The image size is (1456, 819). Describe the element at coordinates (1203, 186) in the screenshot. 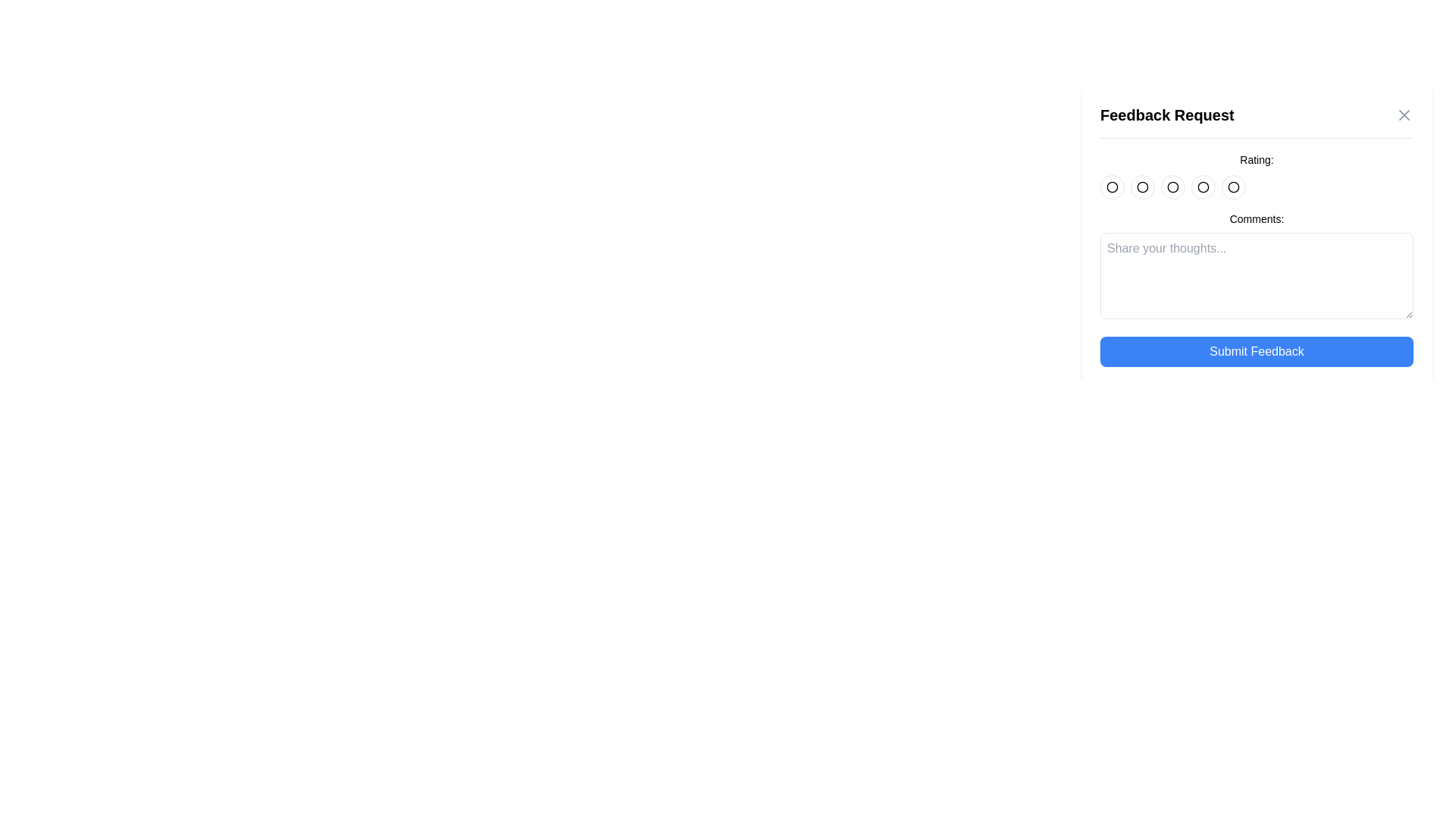

I see `the fifth circular radio button on the right side of the feedback form under the 'Rating:' label` at that location.